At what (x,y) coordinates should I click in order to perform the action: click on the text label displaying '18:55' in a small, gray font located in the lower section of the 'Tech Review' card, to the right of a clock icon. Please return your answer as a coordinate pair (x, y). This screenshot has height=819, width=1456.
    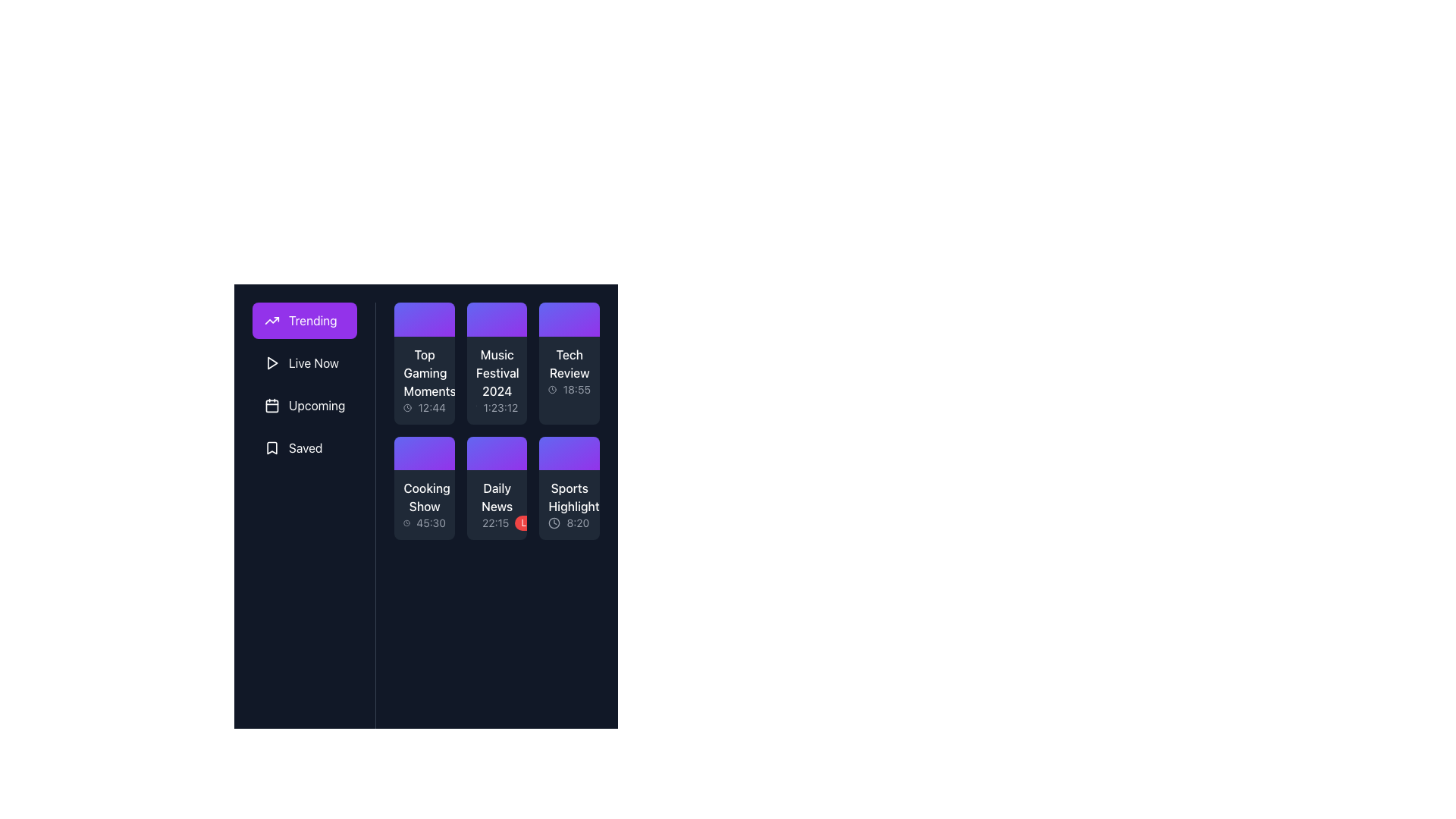
    Looking at the image, I should click on (576, 388).